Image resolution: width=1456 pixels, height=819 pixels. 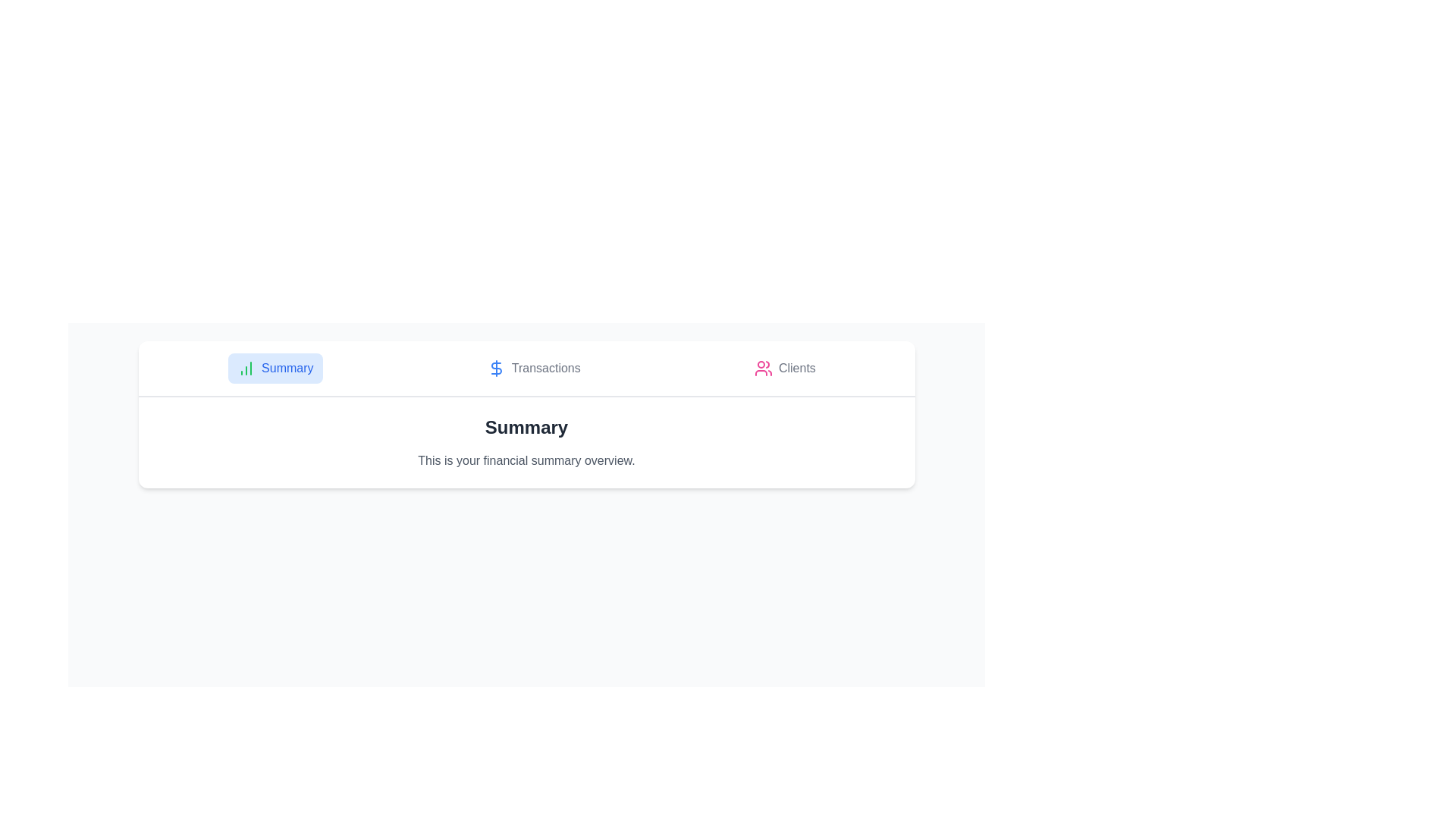 What do you see at coordinates (275, 369) in the screenshot?
I see `the Summary tab to view its content` at bounding box center [275, 369].